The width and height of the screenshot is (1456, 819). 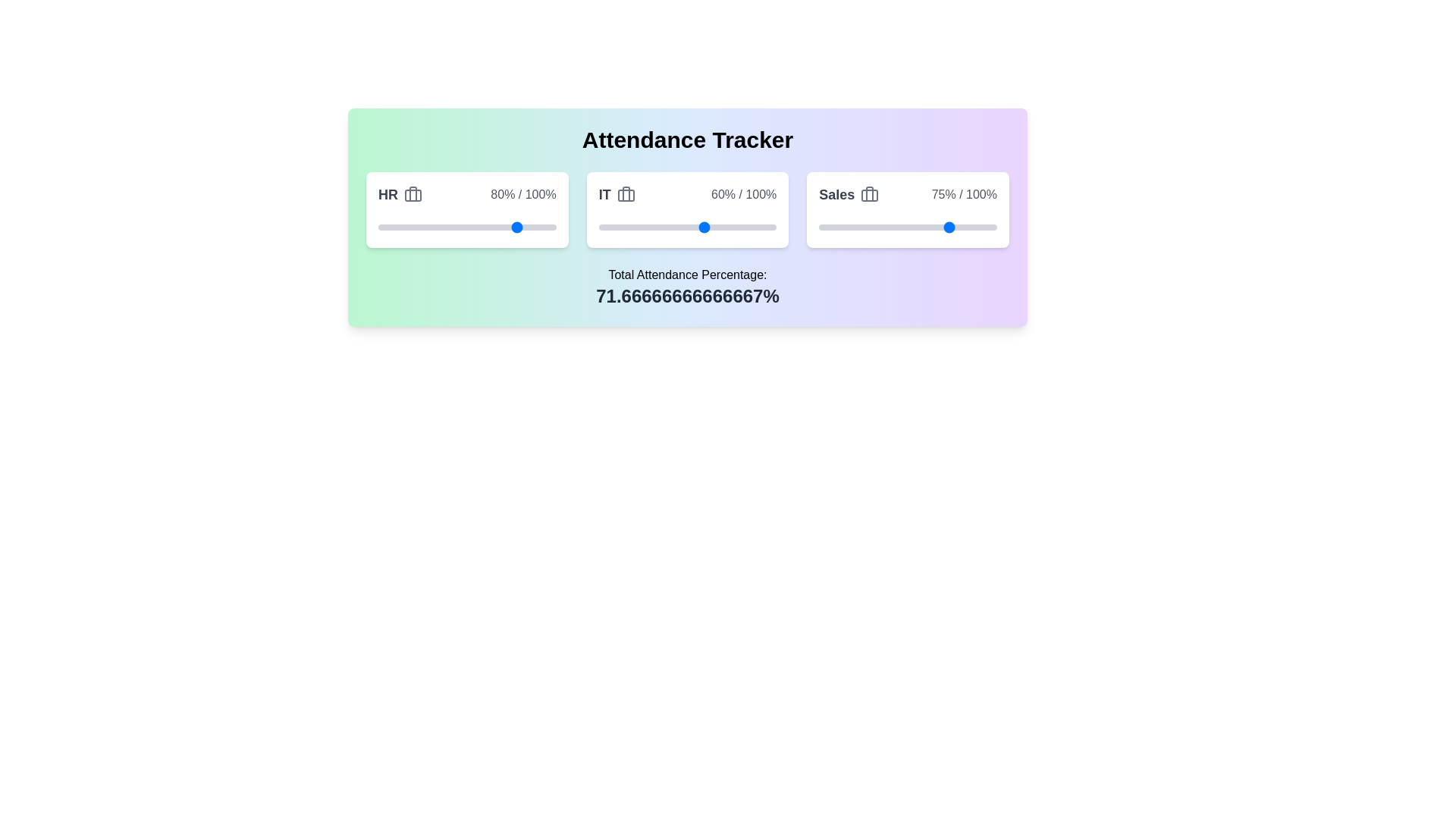 What do you see at coordinates (744, 194) in the screenshot?
I see `the attendance metrics label displaying '60% / 100%' for the IT department, located below the 'IT' title and icon, aligned towards the right side` at bounding box center [744, 194].